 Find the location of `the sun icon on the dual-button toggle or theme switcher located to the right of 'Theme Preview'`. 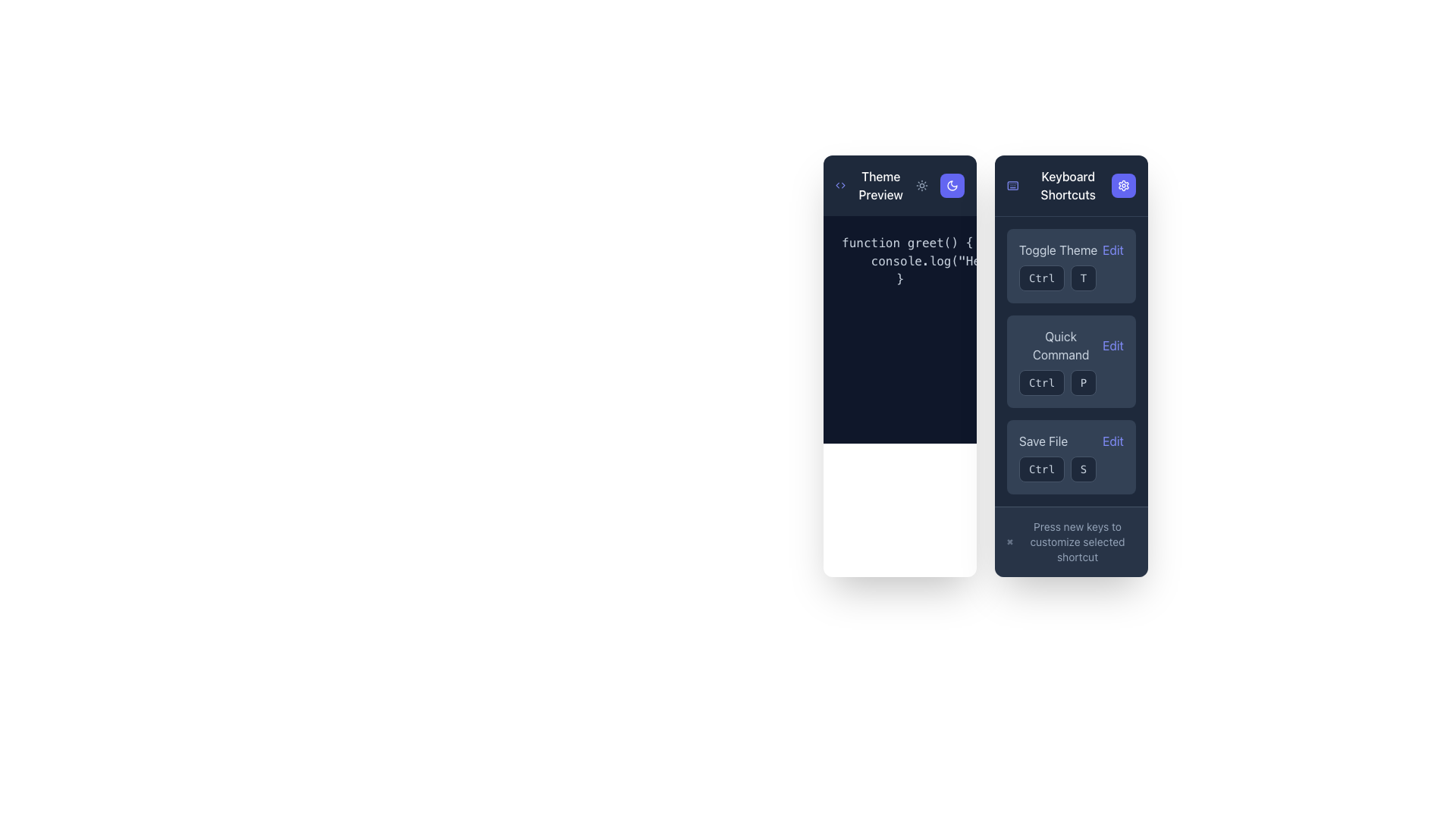

the sun icon on the dual-button toggle or theme switcher located to the right of 'Theme Preview' is located at coordinates (937, 185).